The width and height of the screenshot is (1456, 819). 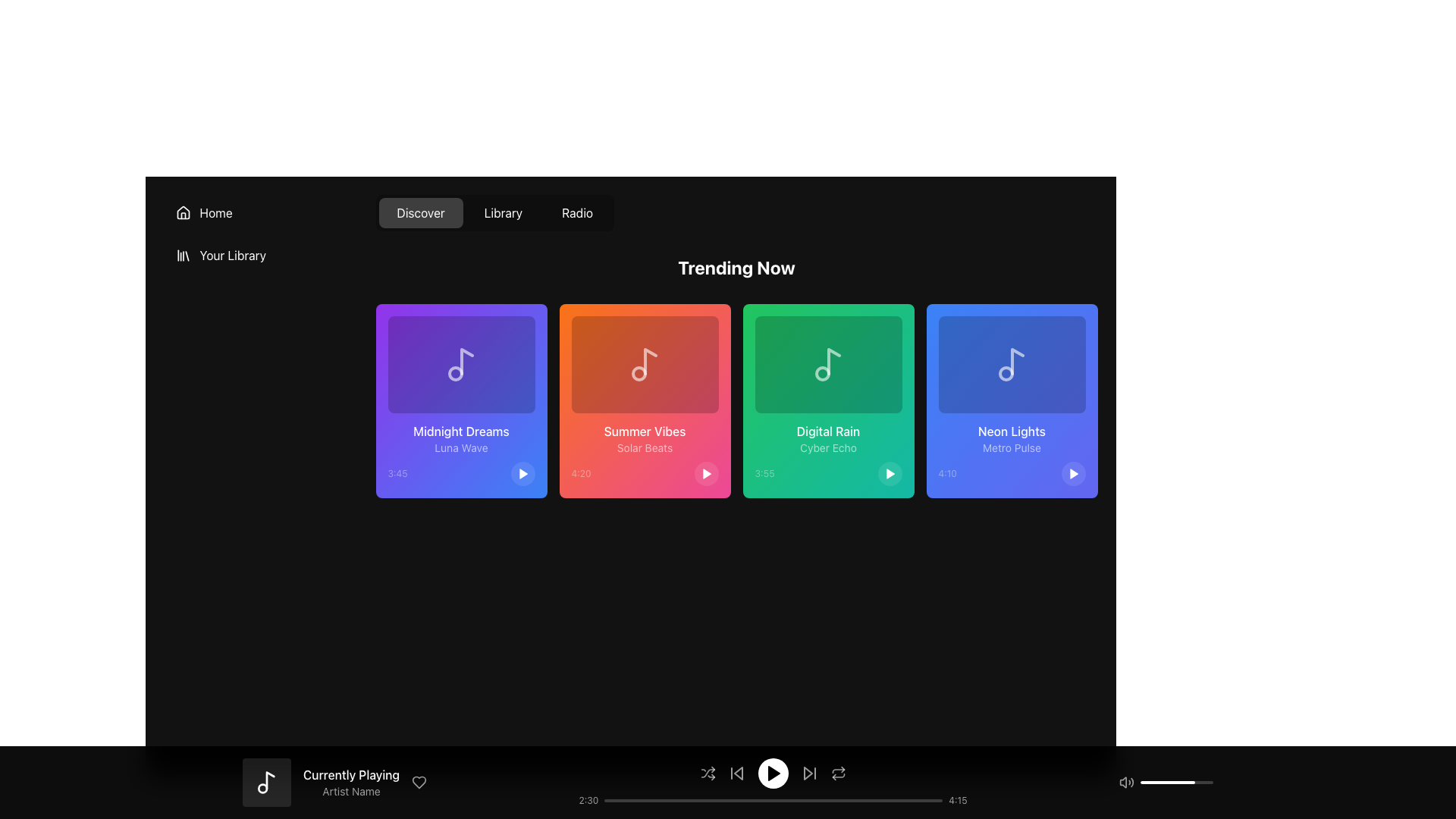 What do you see at coordinates (1123, 783) in the screenshot?
I see `the volume control icon located in the bottom-right section of the audio playback interface` at bounding box center [1123, 783].